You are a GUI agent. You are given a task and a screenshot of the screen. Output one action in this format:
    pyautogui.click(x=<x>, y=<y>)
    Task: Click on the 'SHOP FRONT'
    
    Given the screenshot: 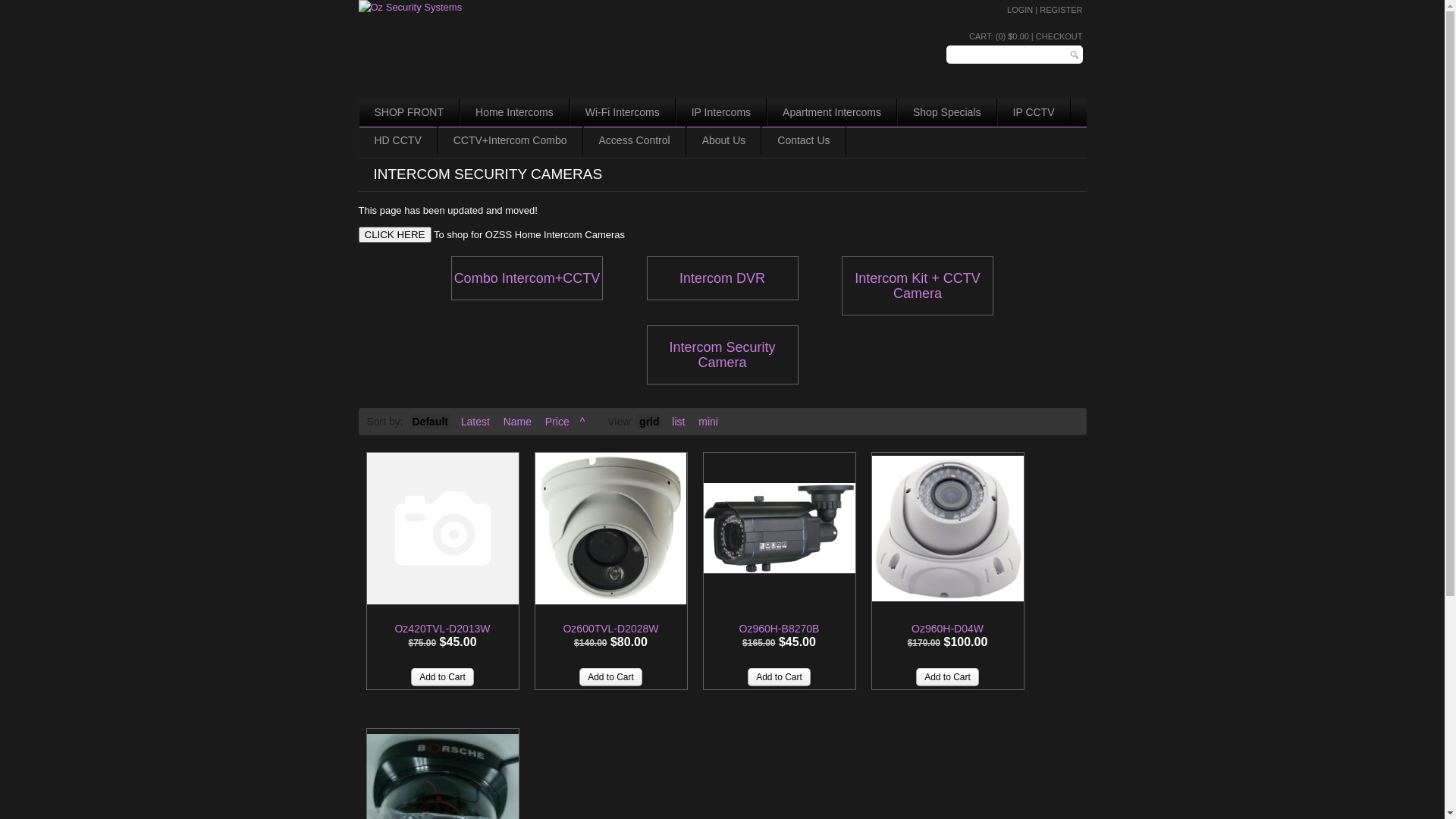 What is the action you would take?
    pyautogui.click(x=408, y=111)
    